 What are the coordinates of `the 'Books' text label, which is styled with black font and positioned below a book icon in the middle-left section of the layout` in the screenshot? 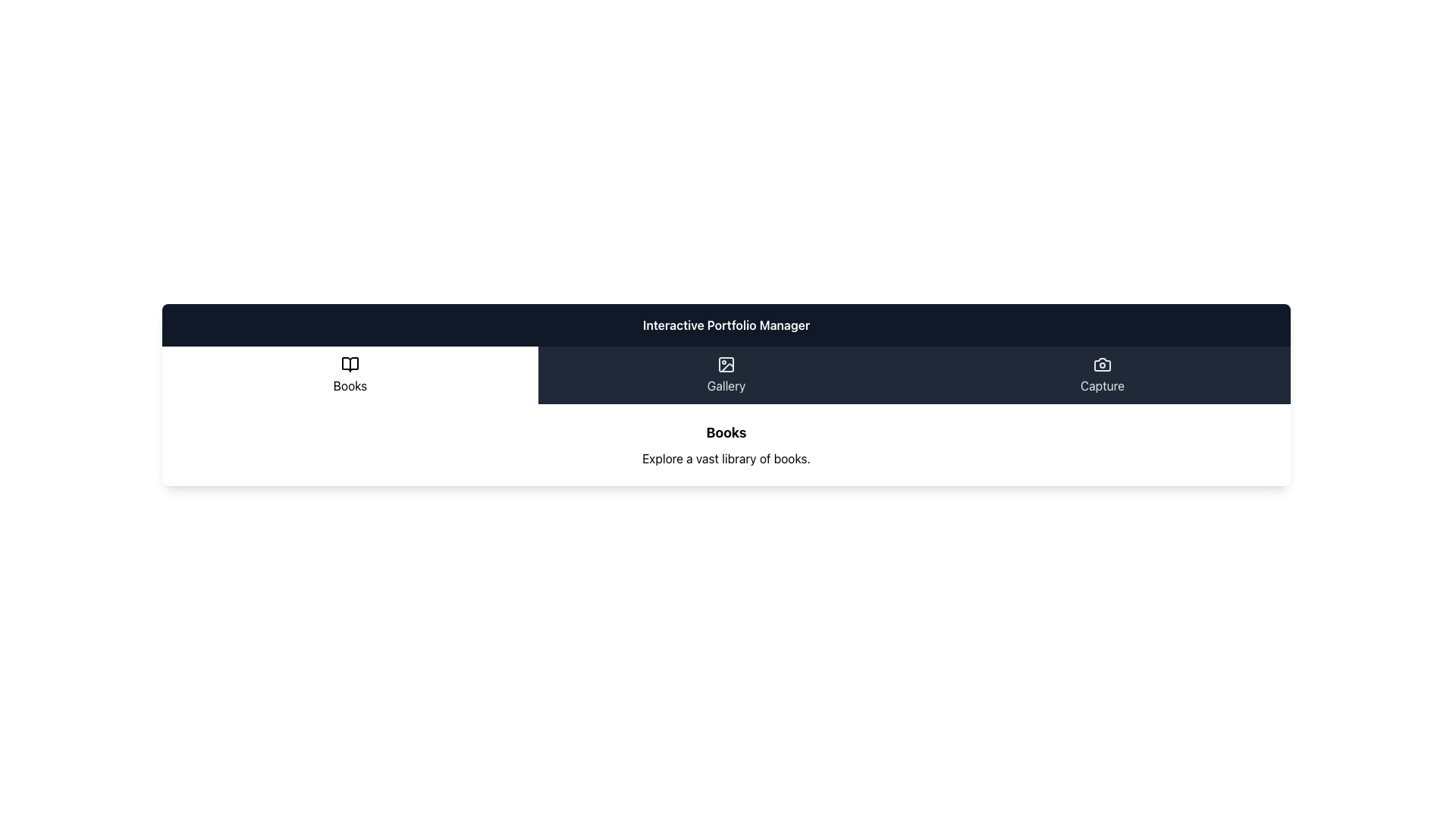 It's located at (349, 385).